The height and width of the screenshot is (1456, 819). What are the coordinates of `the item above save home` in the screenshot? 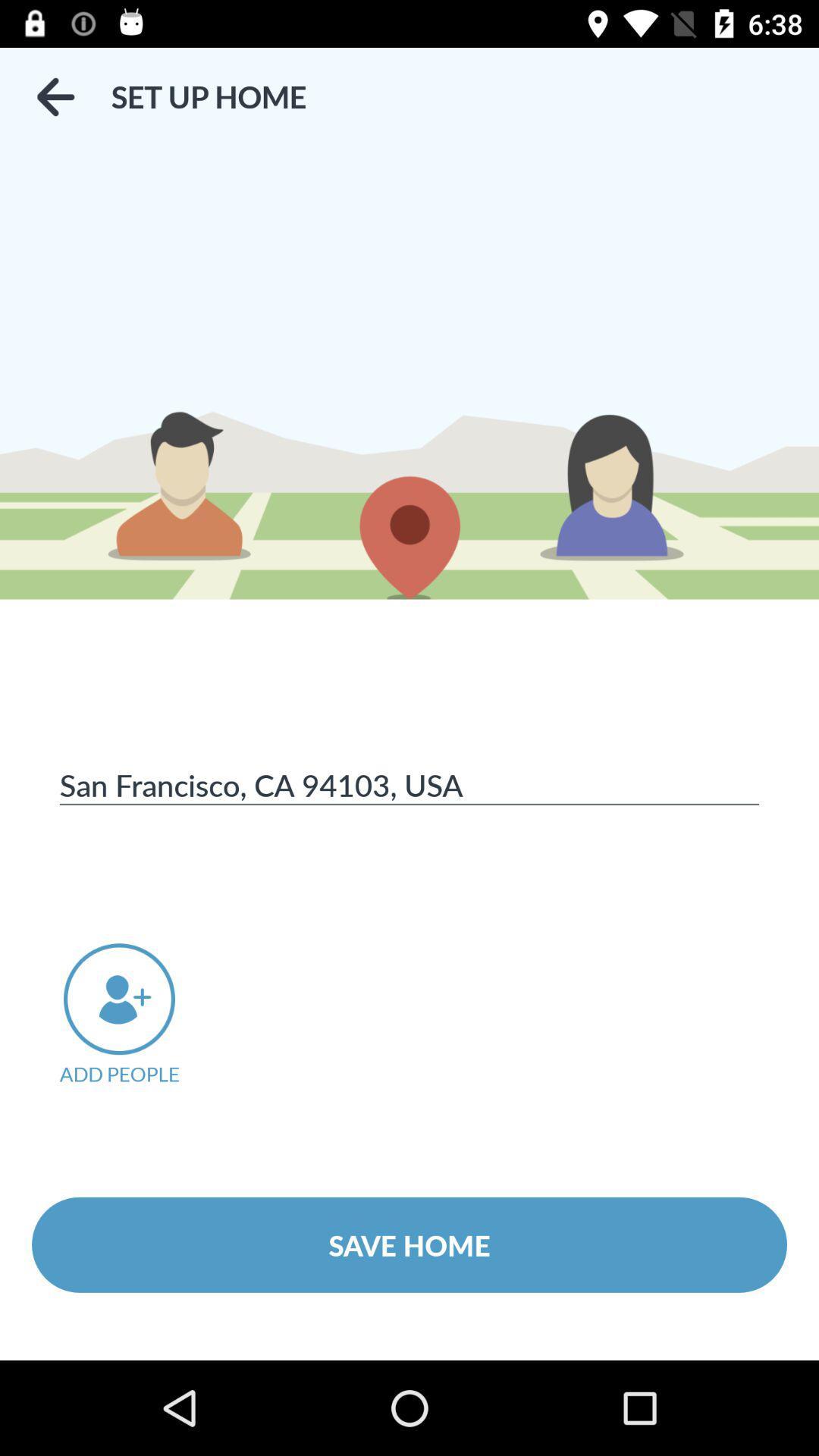 It's located at (140, 1015).